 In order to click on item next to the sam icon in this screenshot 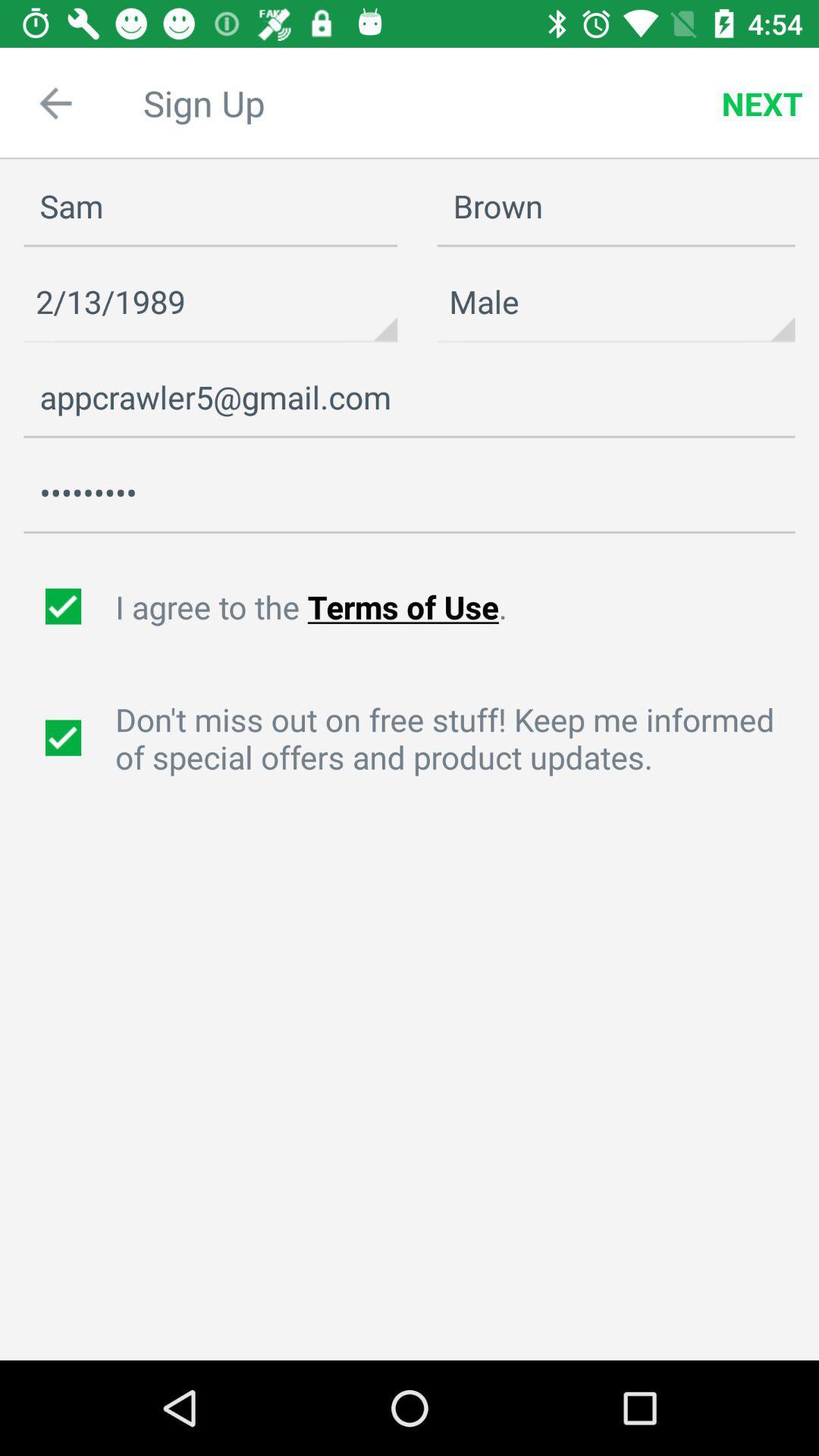, I will do `click(616, 302)`.